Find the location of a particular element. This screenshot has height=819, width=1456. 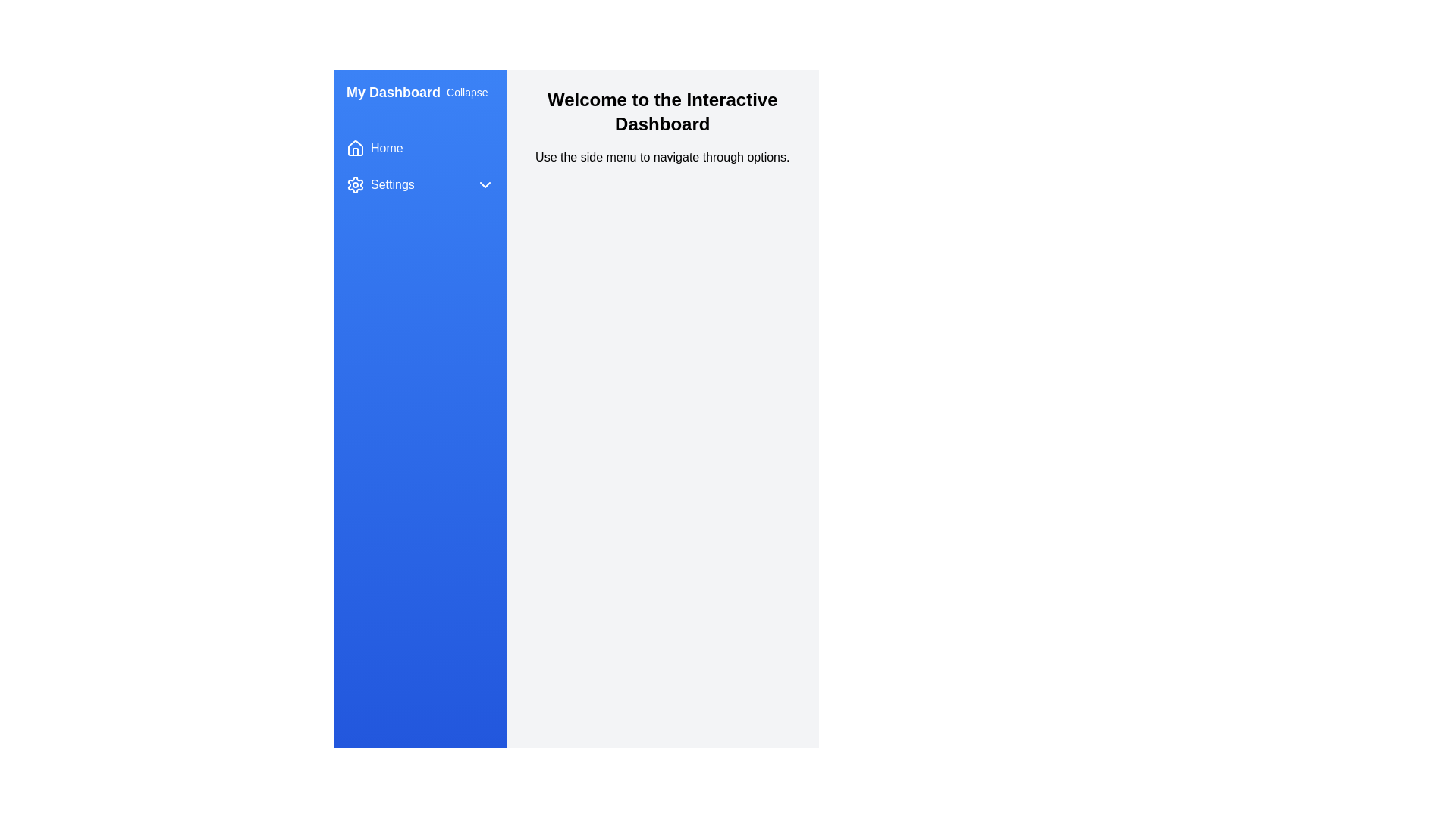

the instructional static text located below the header 'Welcome to the Interactive Dashboard', which guides users to use the side menu for navigation is located at coordinates (662, 158).